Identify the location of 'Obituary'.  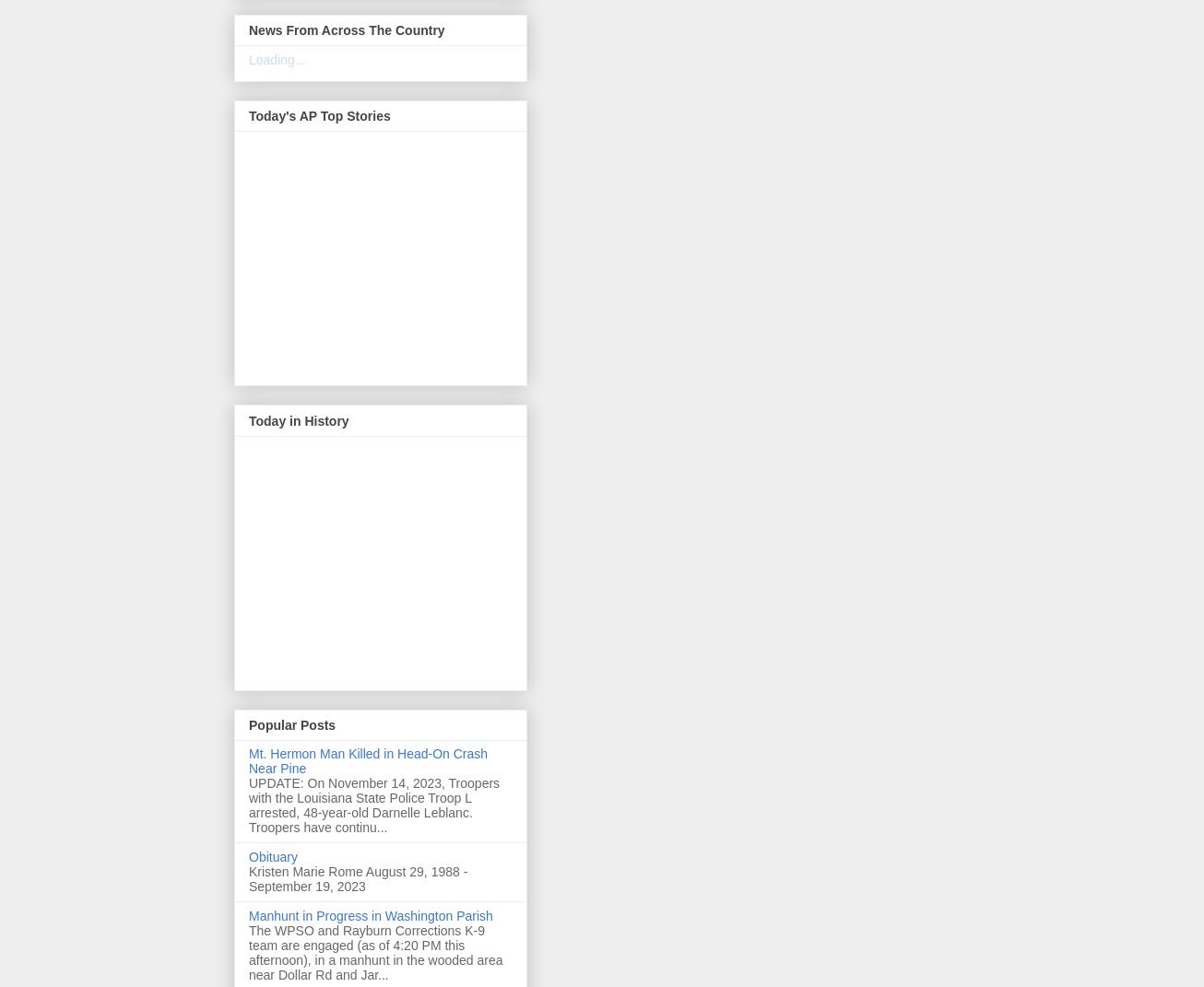
(272, 855).